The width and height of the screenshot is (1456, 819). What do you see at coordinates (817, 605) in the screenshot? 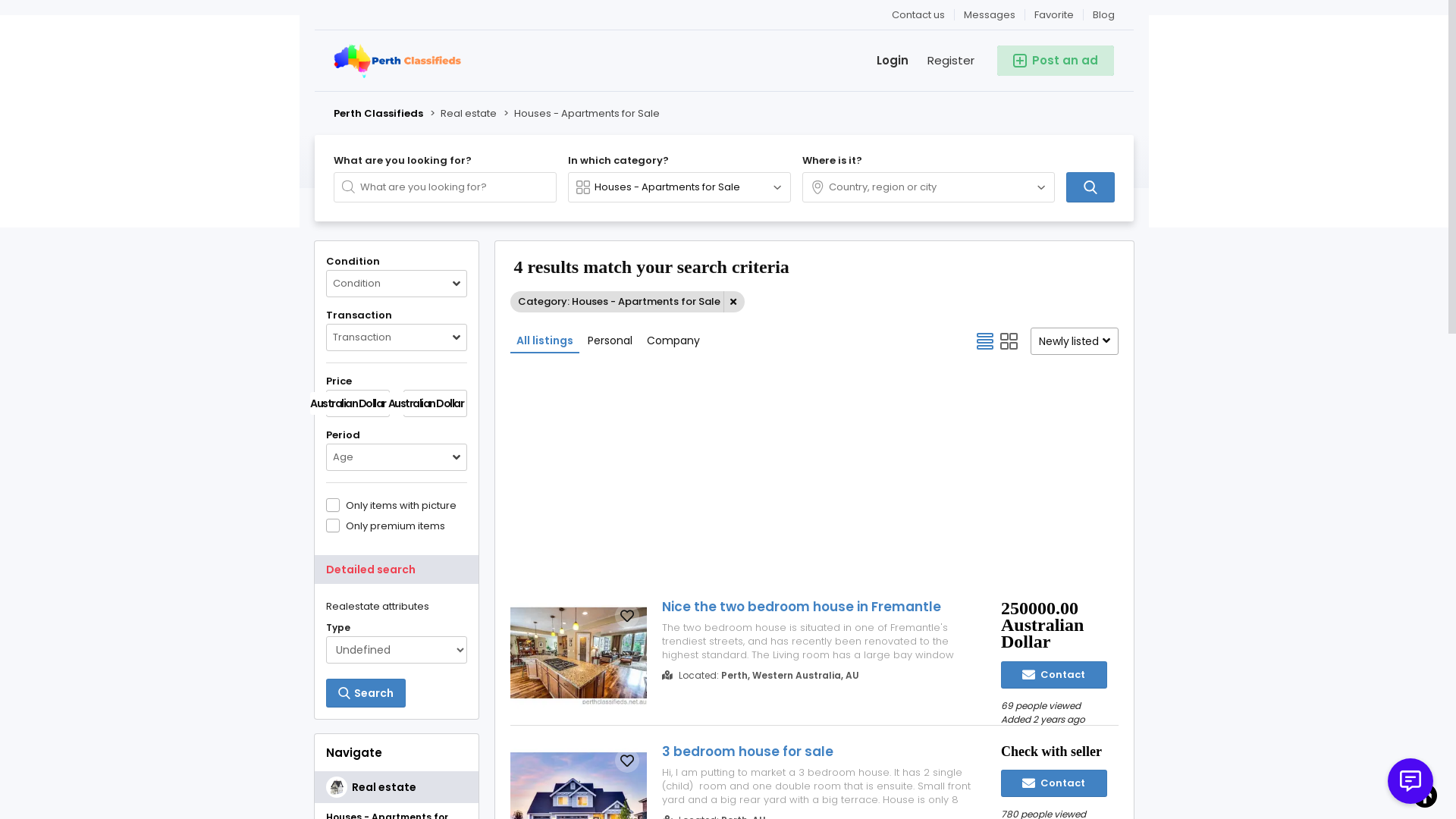
I see `'Nice the two bedroom house in Fremantle'` at bounding box center [817, 605].